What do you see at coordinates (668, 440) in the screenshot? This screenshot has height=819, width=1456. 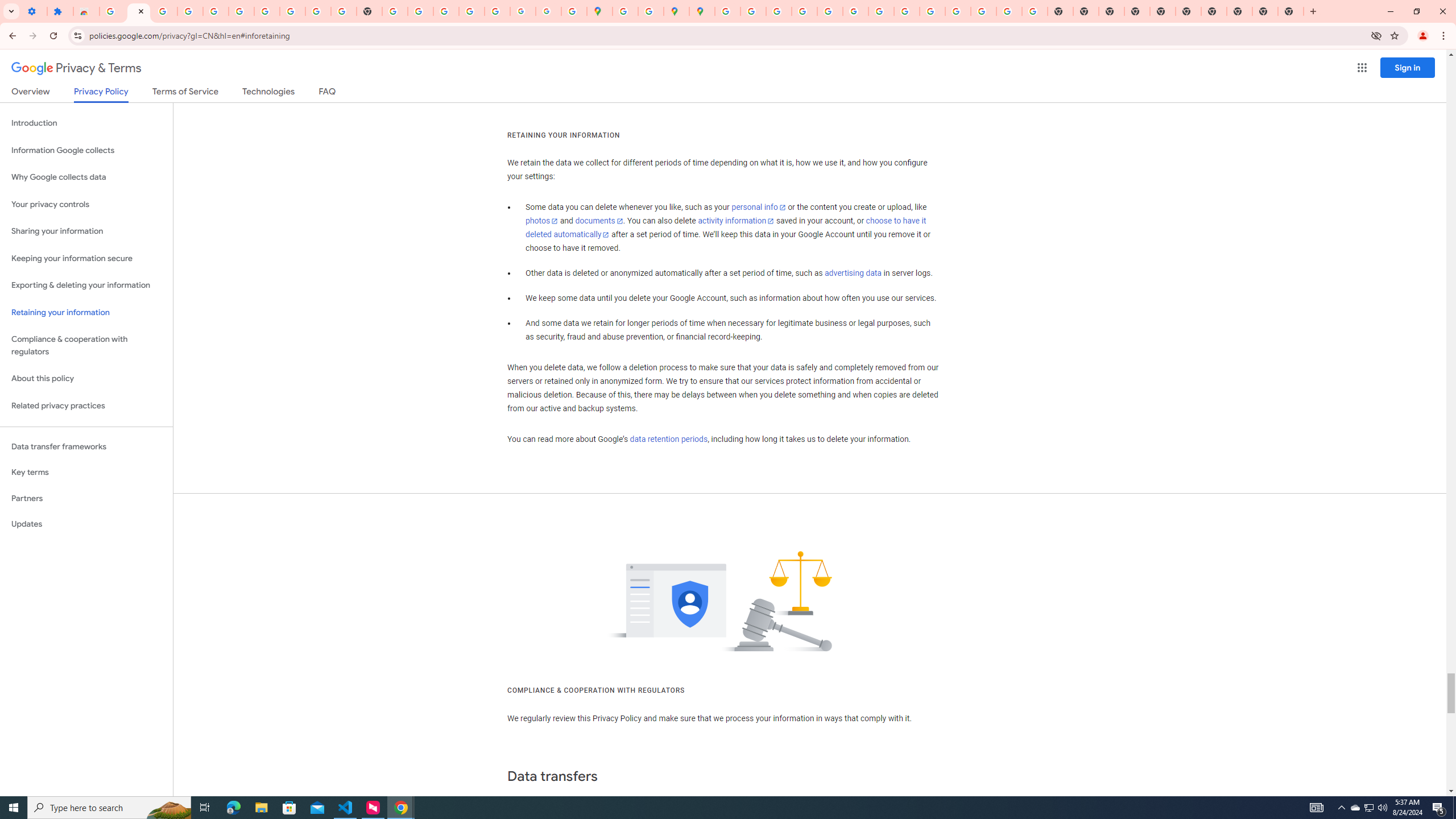 I see `'data retention periods'` at bounding box center [668, 440].